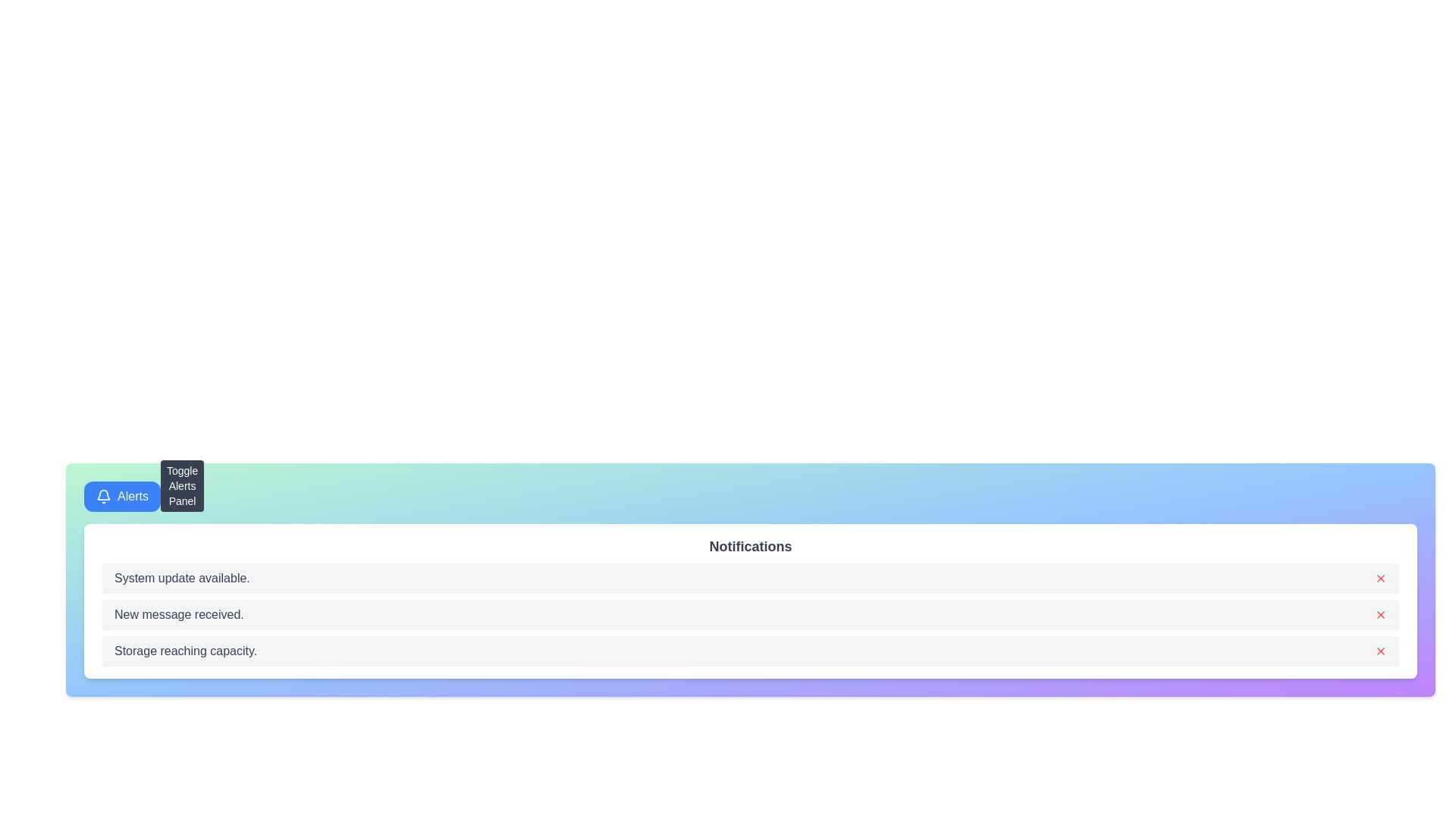  Describe the element at coordinates (1380, 651) in the screenshot. I see `the small red 'X' icon button located at the far-right side of the notification panel next to the message 'Storage reaching capacity' to observe the hover effect` at that location.